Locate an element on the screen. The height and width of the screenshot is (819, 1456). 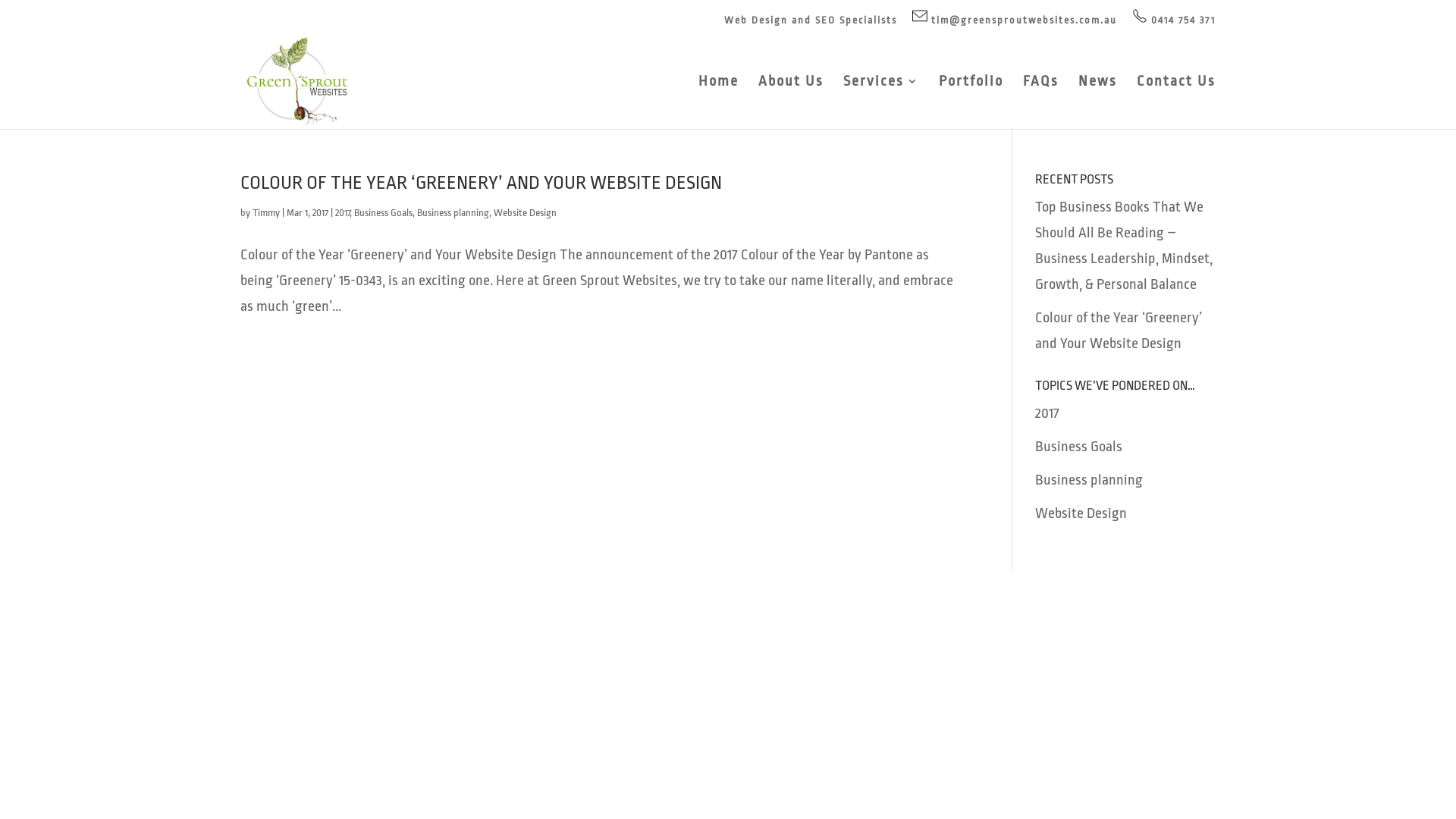
'Contact Us' is located at coordinates (1175, 102).